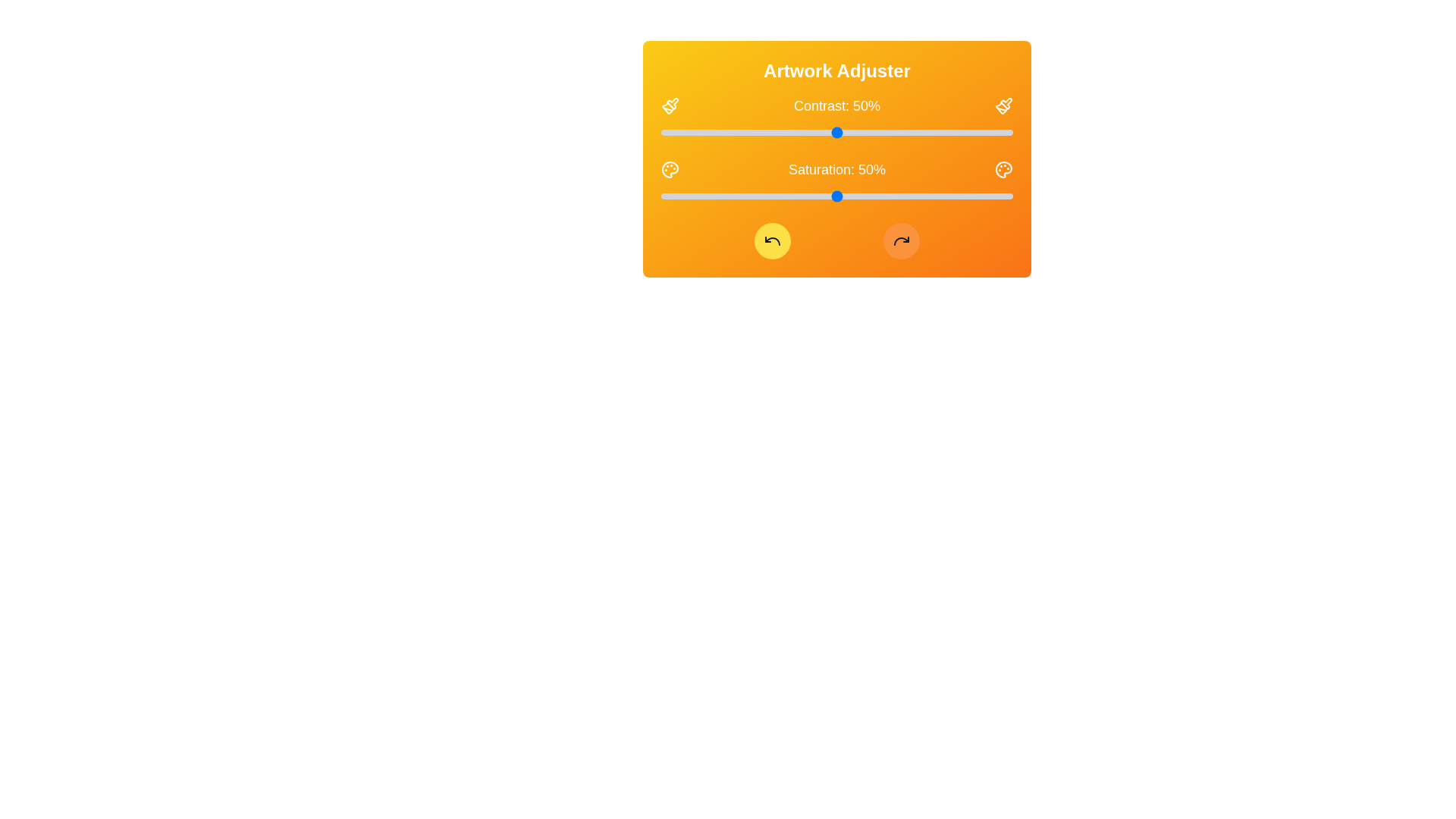 Image resolution: width=1456 pixels, height=819 pixels. What do you see at coordinates (988, 131) in the screenshot?
I see `the contrast slider to 93%` at bounding box center [988, 131].